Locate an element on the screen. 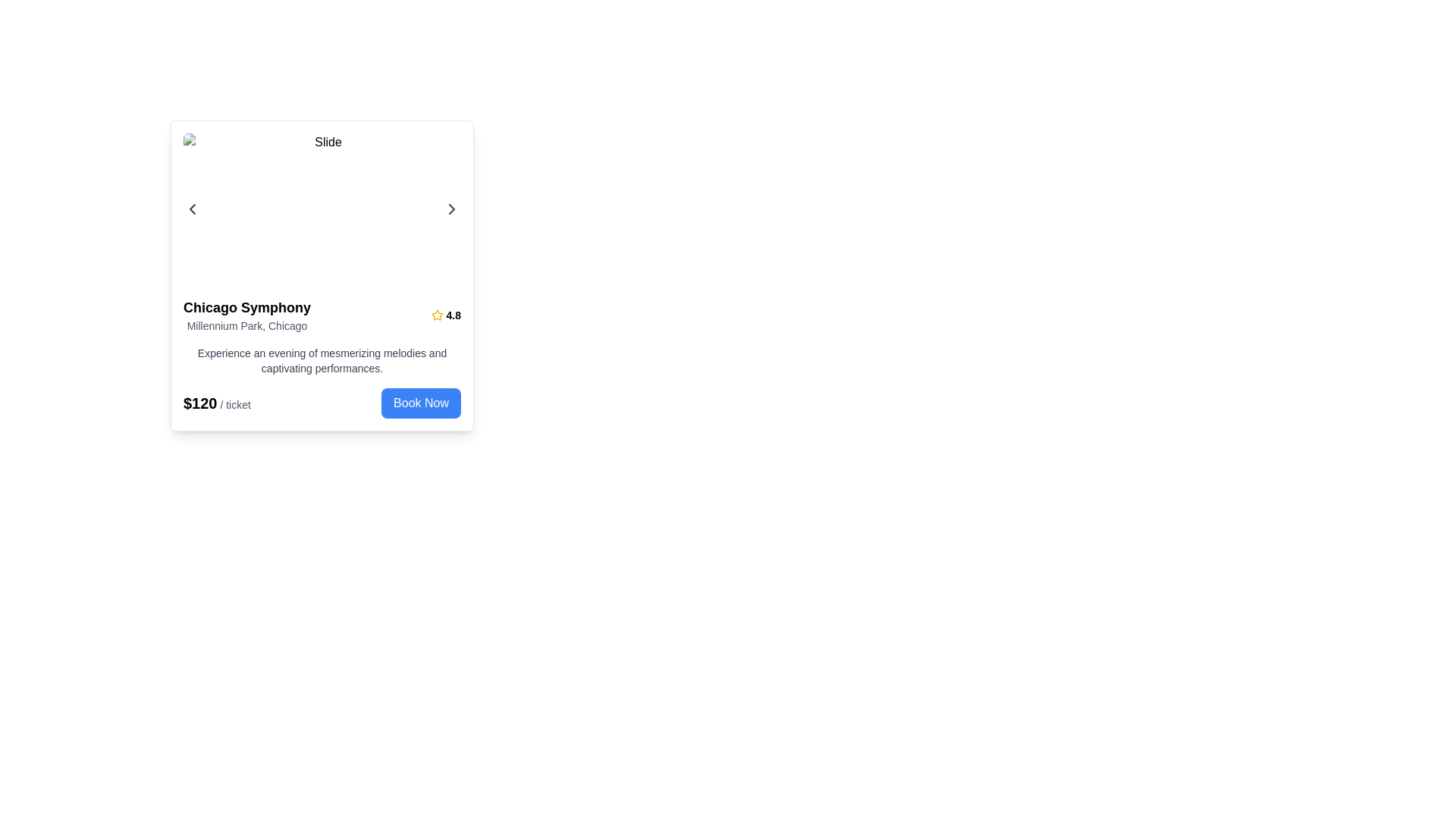 This screenshot has height=819, width=1456. the booking button located in the lower right section of the card to proceed with booking is located at coordinates (421, 403).